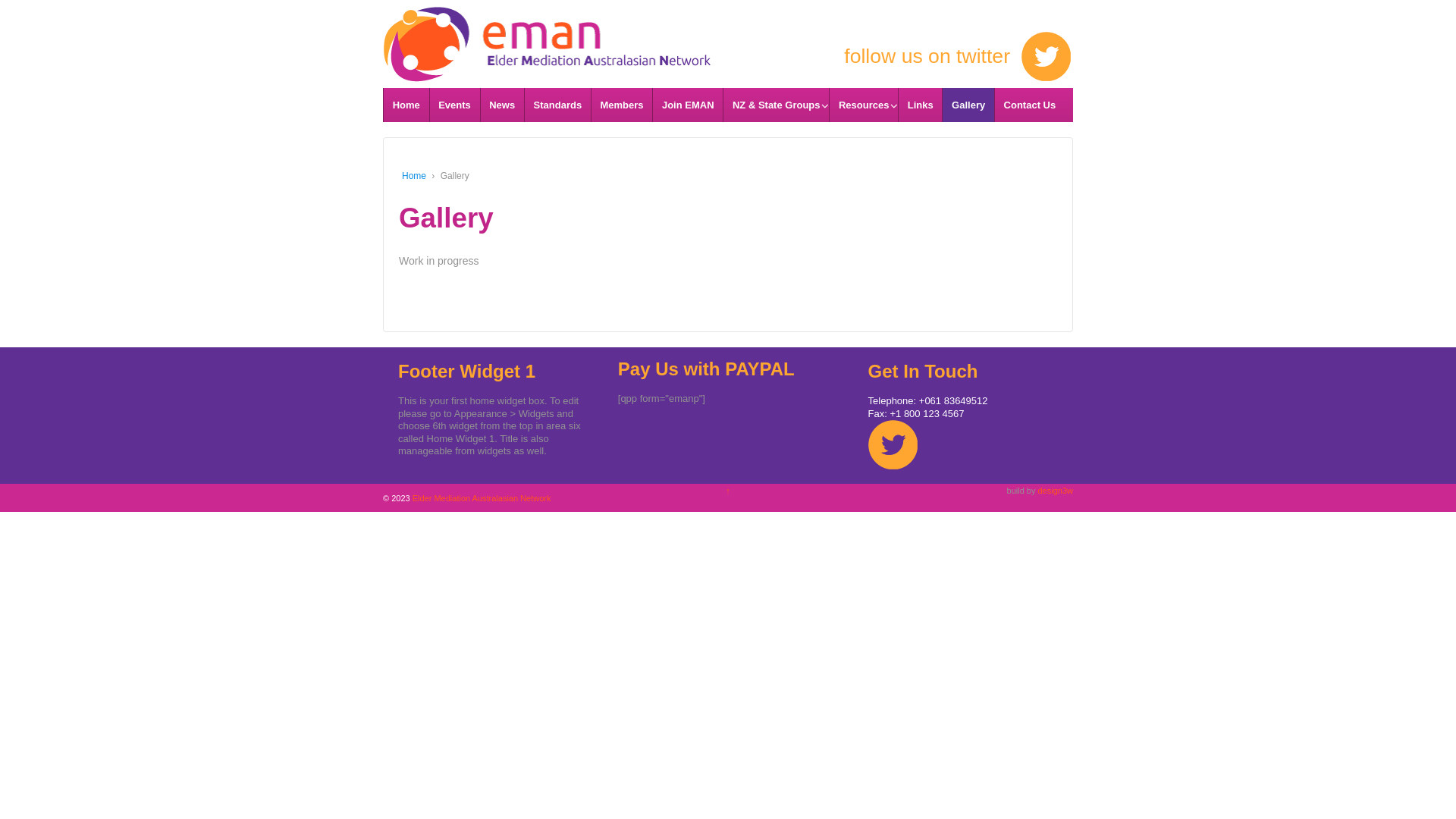 The height and width of the screenshot is (819, 1456). I want to click on 'Links', so click(919, 104).